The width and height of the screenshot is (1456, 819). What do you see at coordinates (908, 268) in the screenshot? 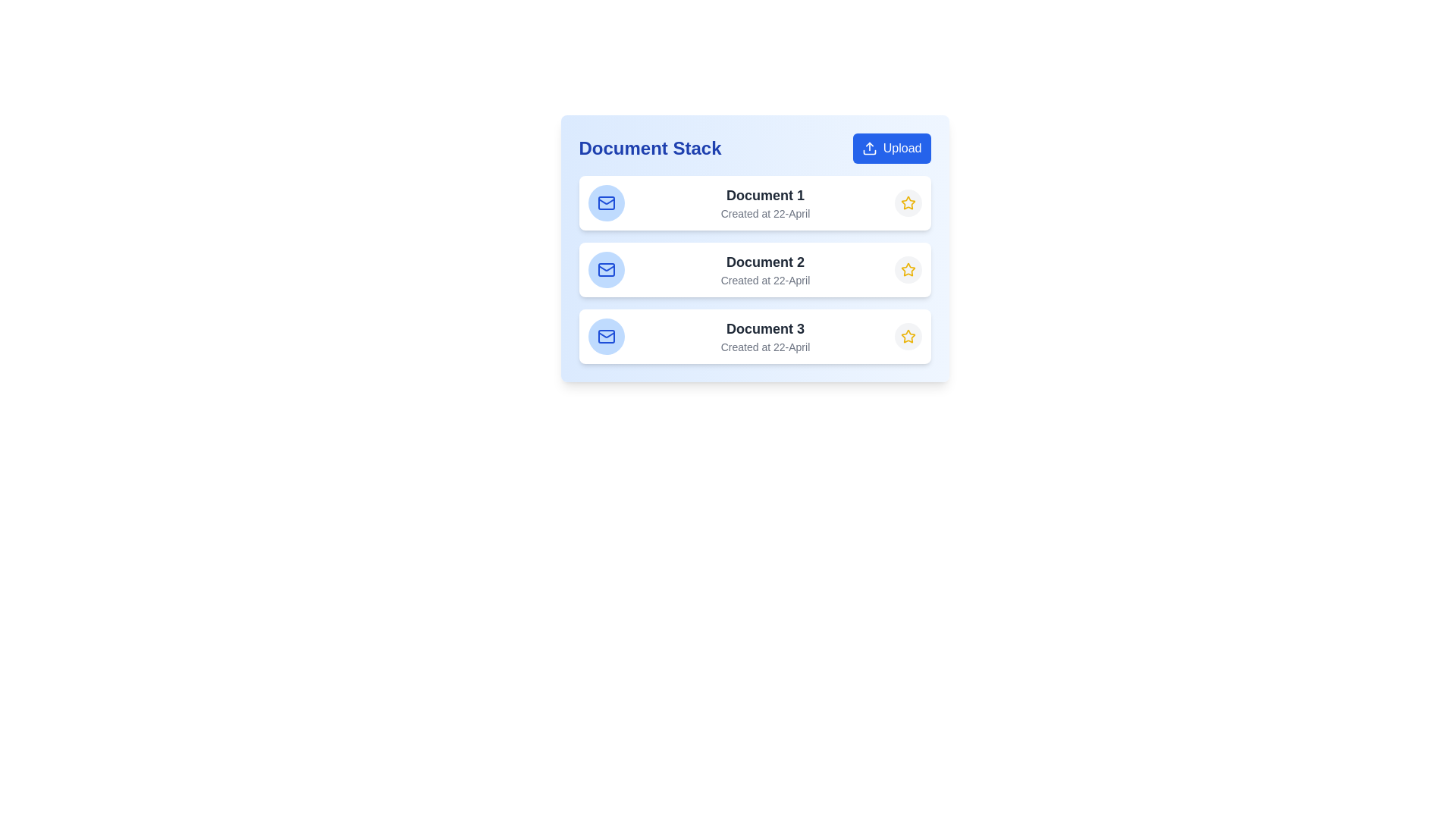
I see `the star icon at the far-right end of the second row in the 'Document Stack'` at bounding box center [908, 268].